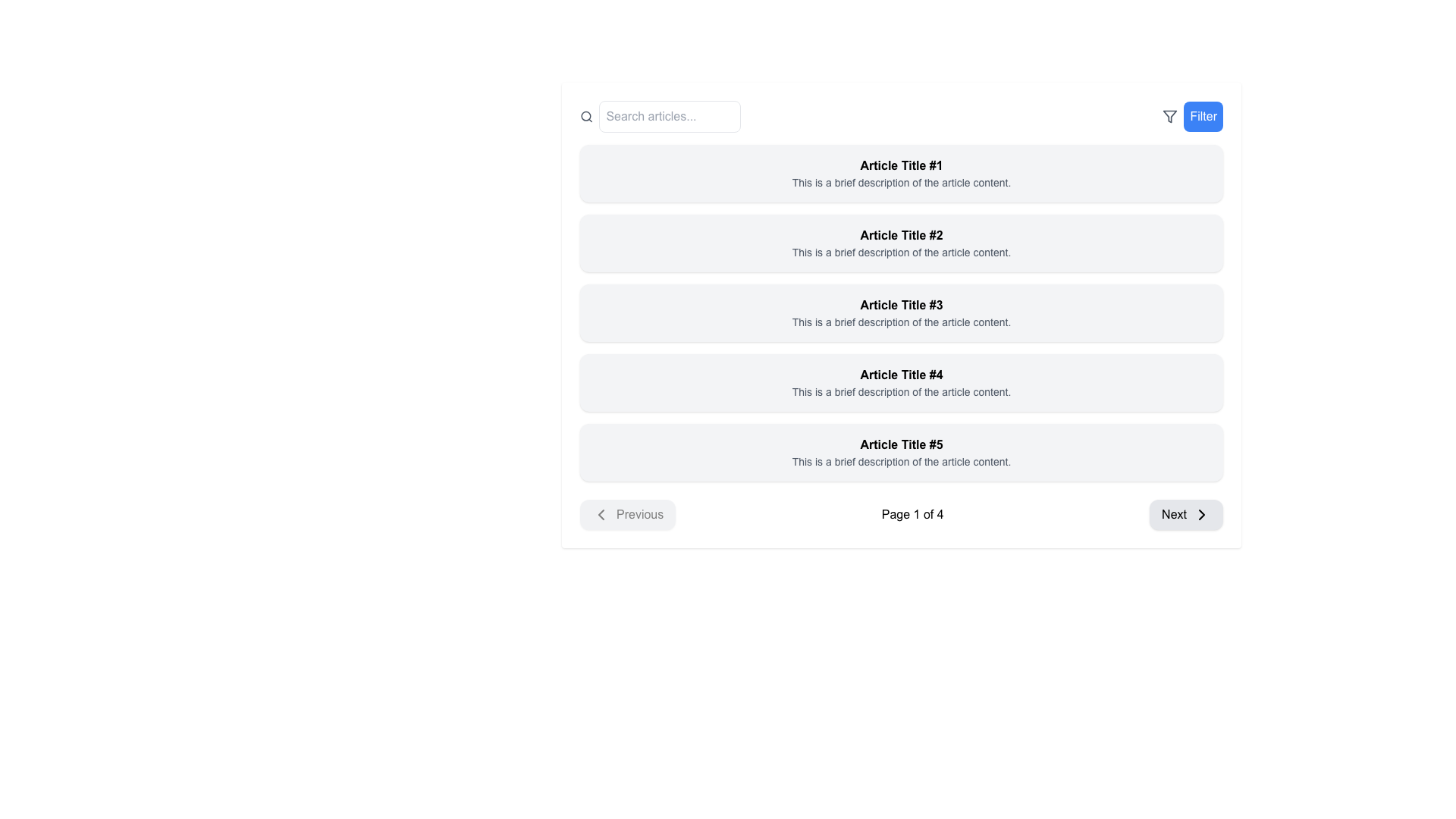 The image size is (1456, 819). I want to click on text content displayed in a smaller font size and gray color, which states 'This is a brief description of the article content.' It is located directly below the bold title 'Article Title #5' in the fifth article card layout, so click(902, 461).